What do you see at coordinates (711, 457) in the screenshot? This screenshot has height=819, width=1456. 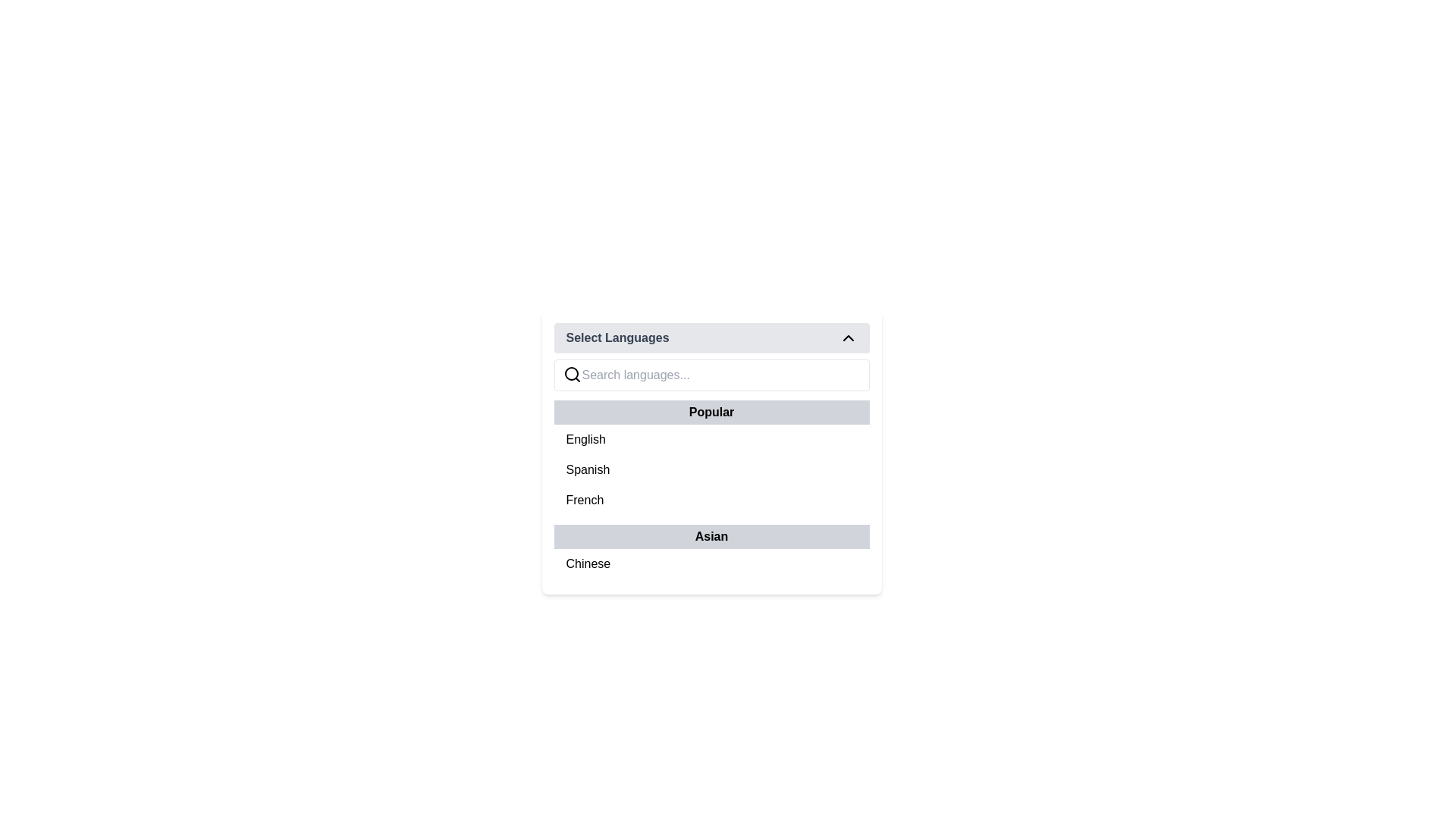 I see `the 'Popular' list section which includes 'English', 'Spanish', and 'French', distinctly titled with a gray background and bold font` at bounding box center [711, 457].